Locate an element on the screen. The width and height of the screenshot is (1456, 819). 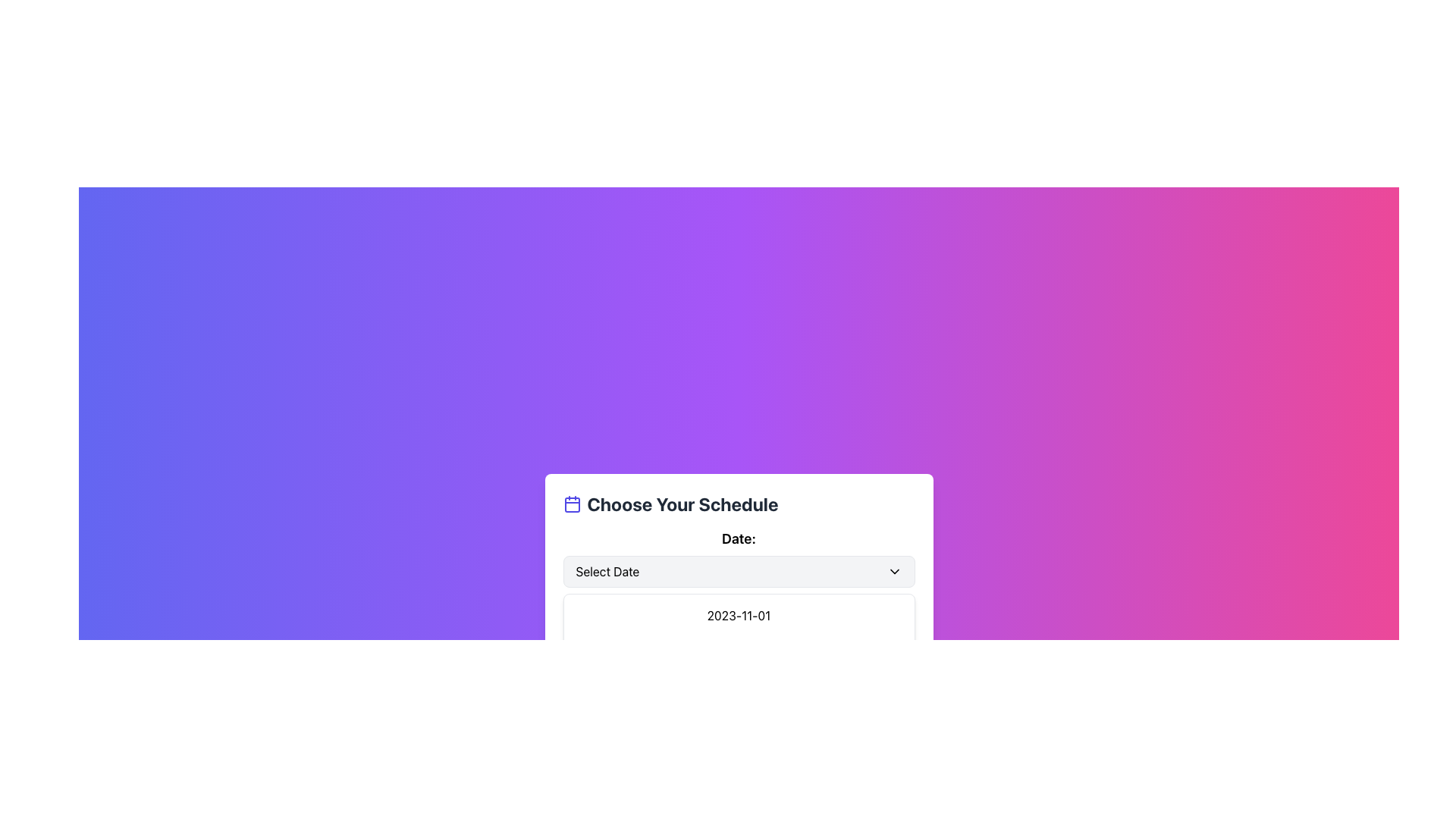
the selectable date option in the dropdown menu directly below the 'Select Date' dropdown is located at coordinates (739, 629).